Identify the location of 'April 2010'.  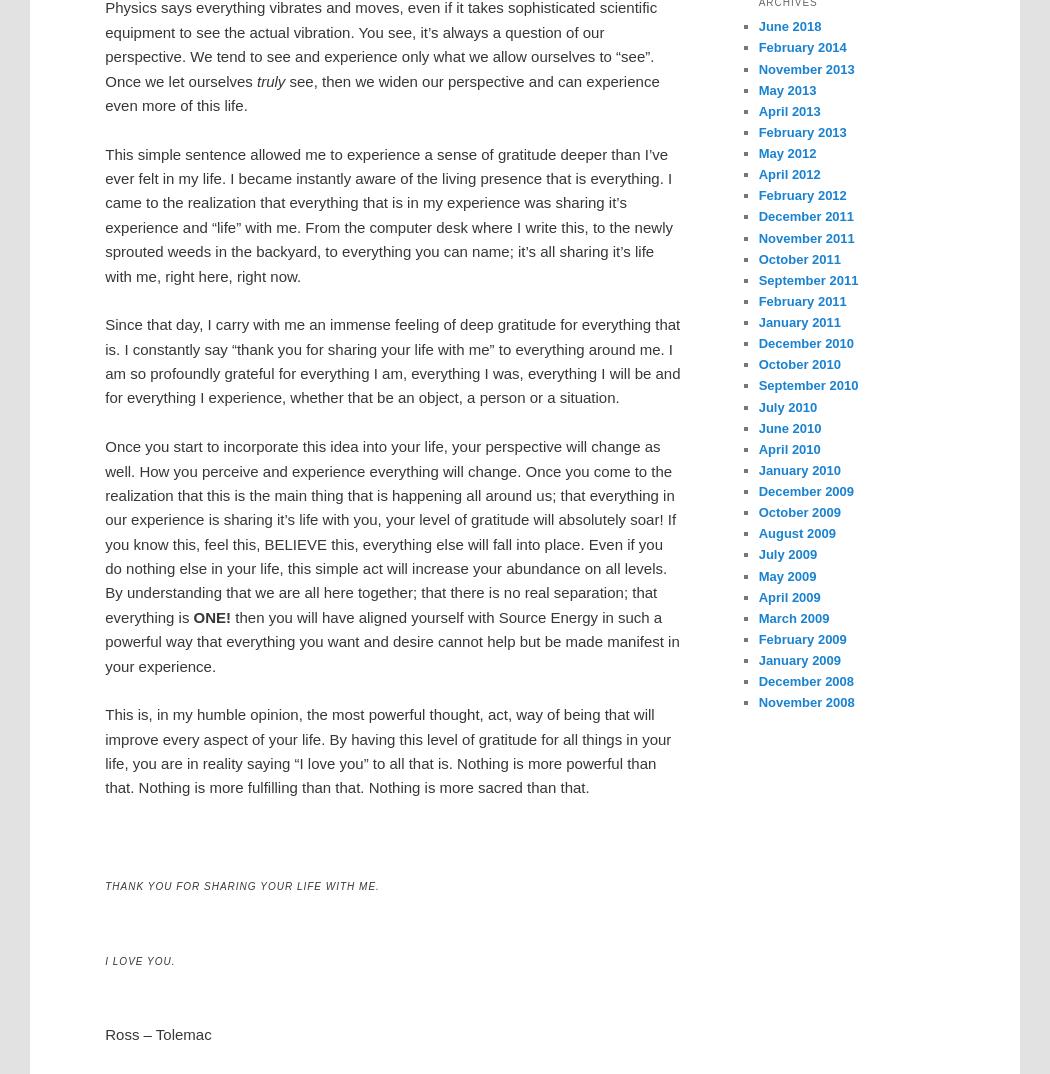
(757, 447).